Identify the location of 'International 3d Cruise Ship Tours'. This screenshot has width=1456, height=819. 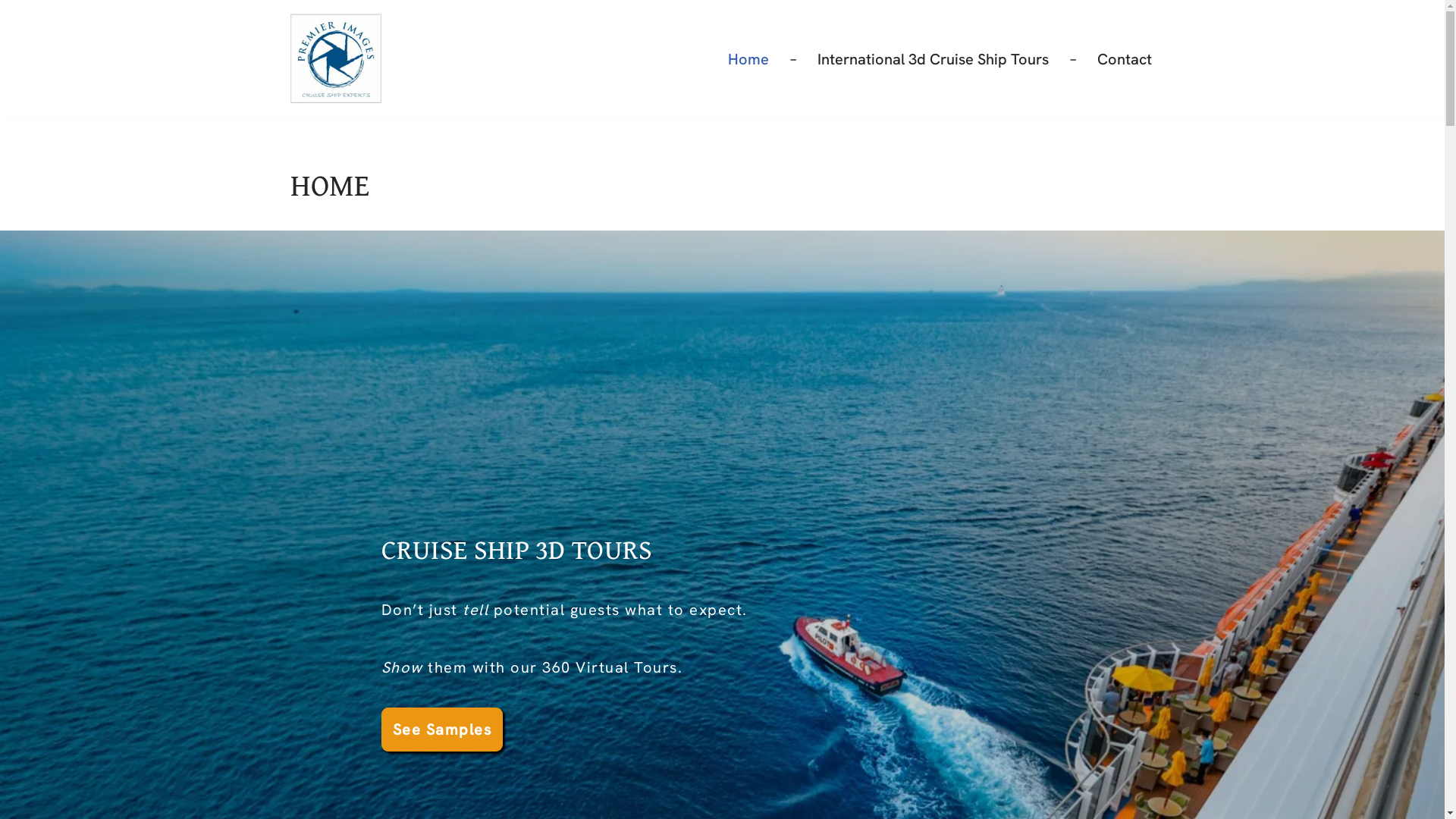
(932, 58).